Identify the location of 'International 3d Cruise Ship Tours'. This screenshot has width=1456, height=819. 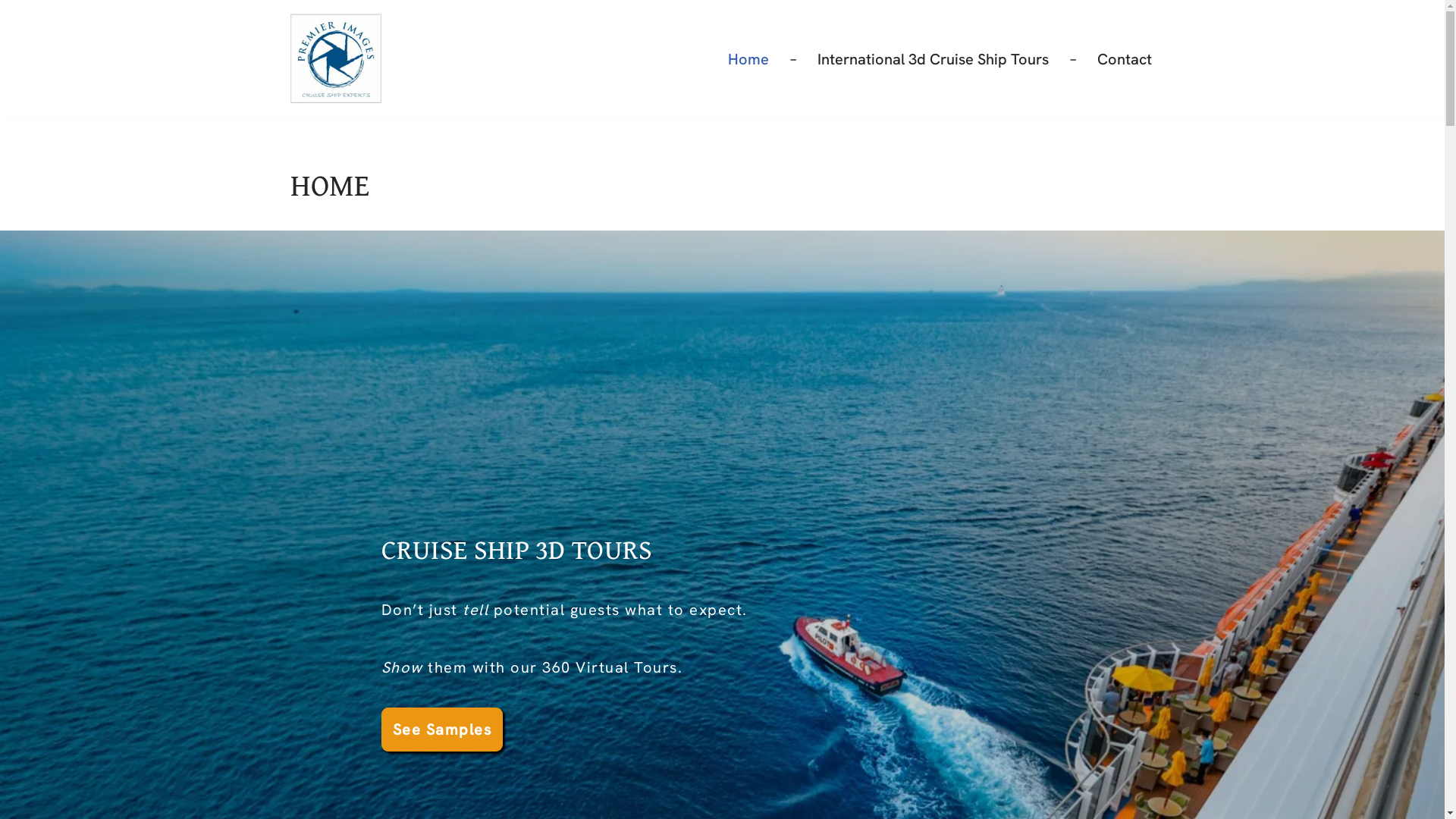
(932, 58).